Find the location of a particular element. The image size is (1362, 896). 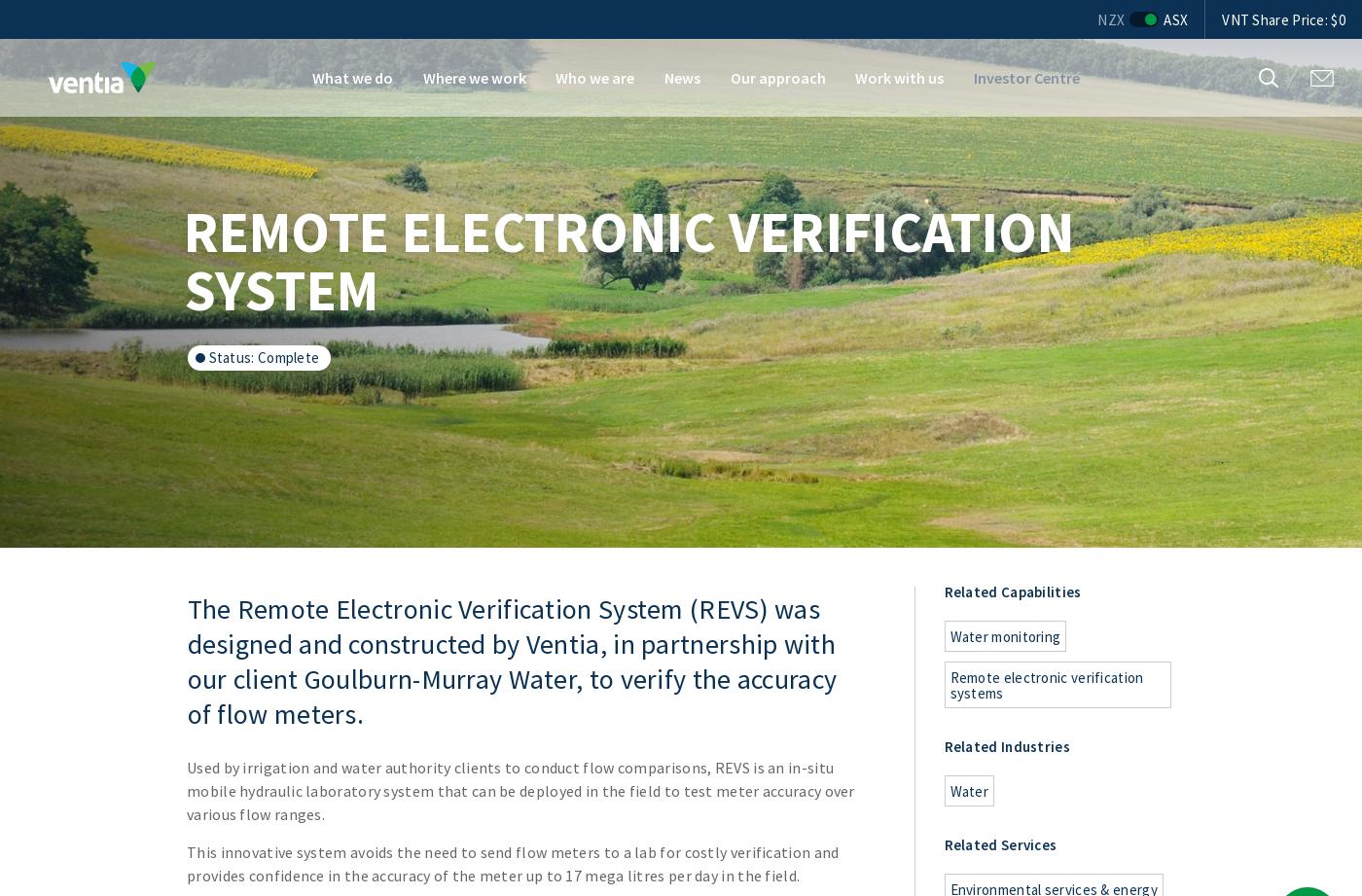

'Industries' is located at coordinates (1000, 746).